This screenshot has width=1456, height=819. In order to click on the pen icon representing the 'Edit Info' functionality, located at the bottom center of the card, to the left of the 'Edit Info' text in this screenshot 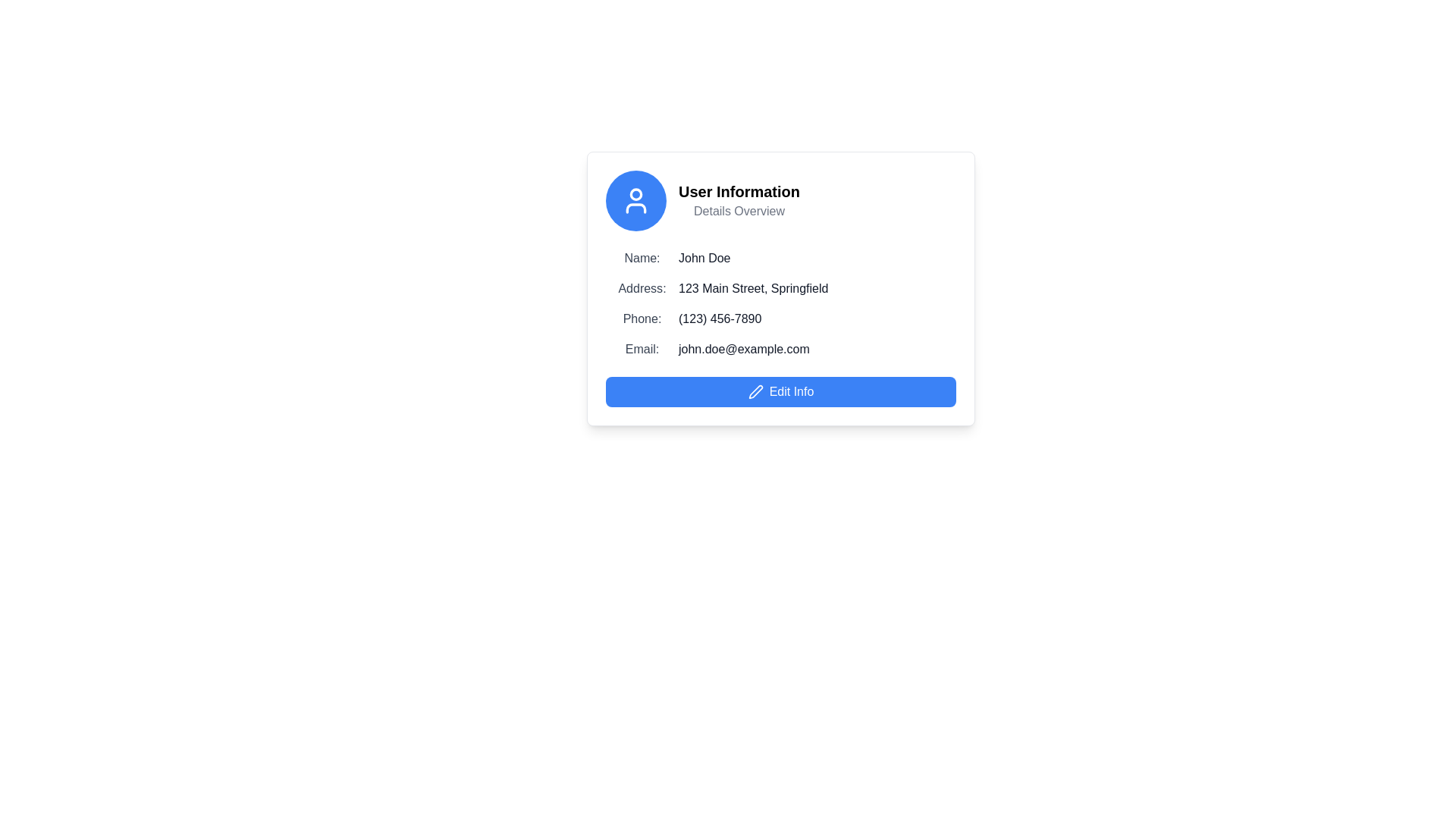, I will do `click(755, 391)`.